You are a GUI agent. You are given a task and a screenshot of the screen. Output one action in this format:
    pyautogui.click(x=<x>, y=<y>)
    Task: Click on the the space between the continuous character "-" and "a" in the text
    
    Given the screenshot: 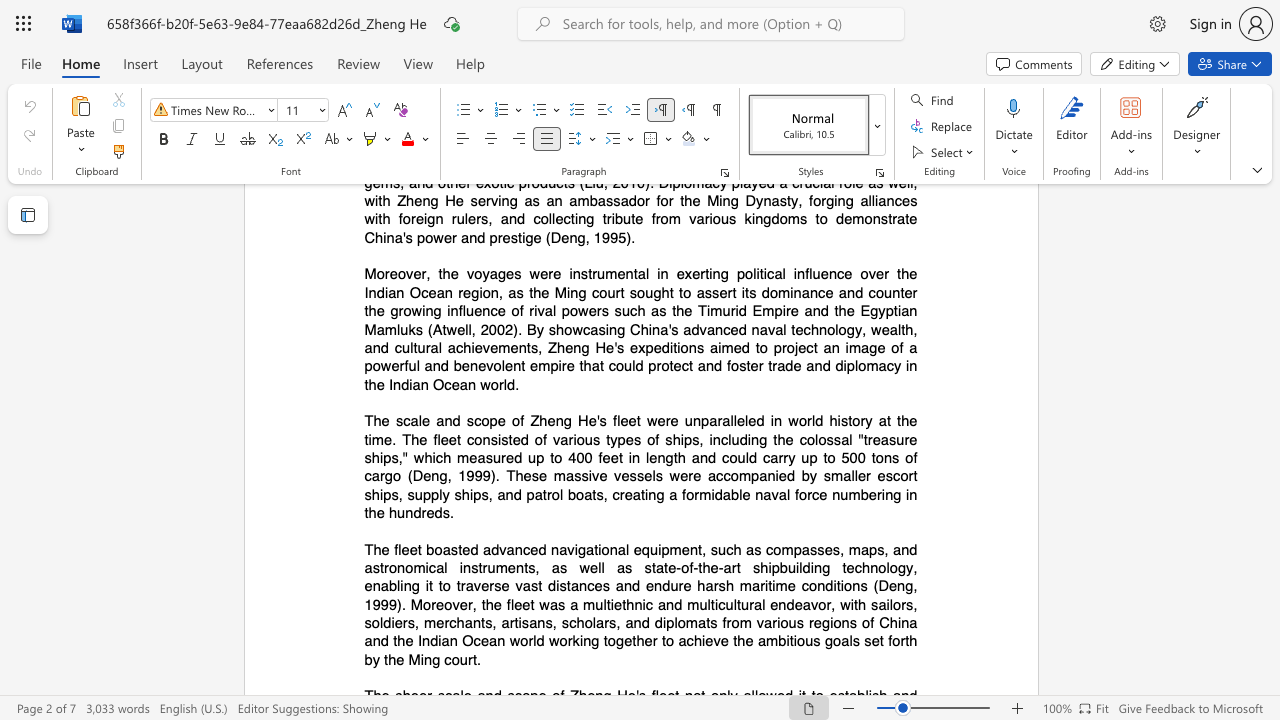 What is the action you would take?
    pyautogui.click(x=723, y=567)
    